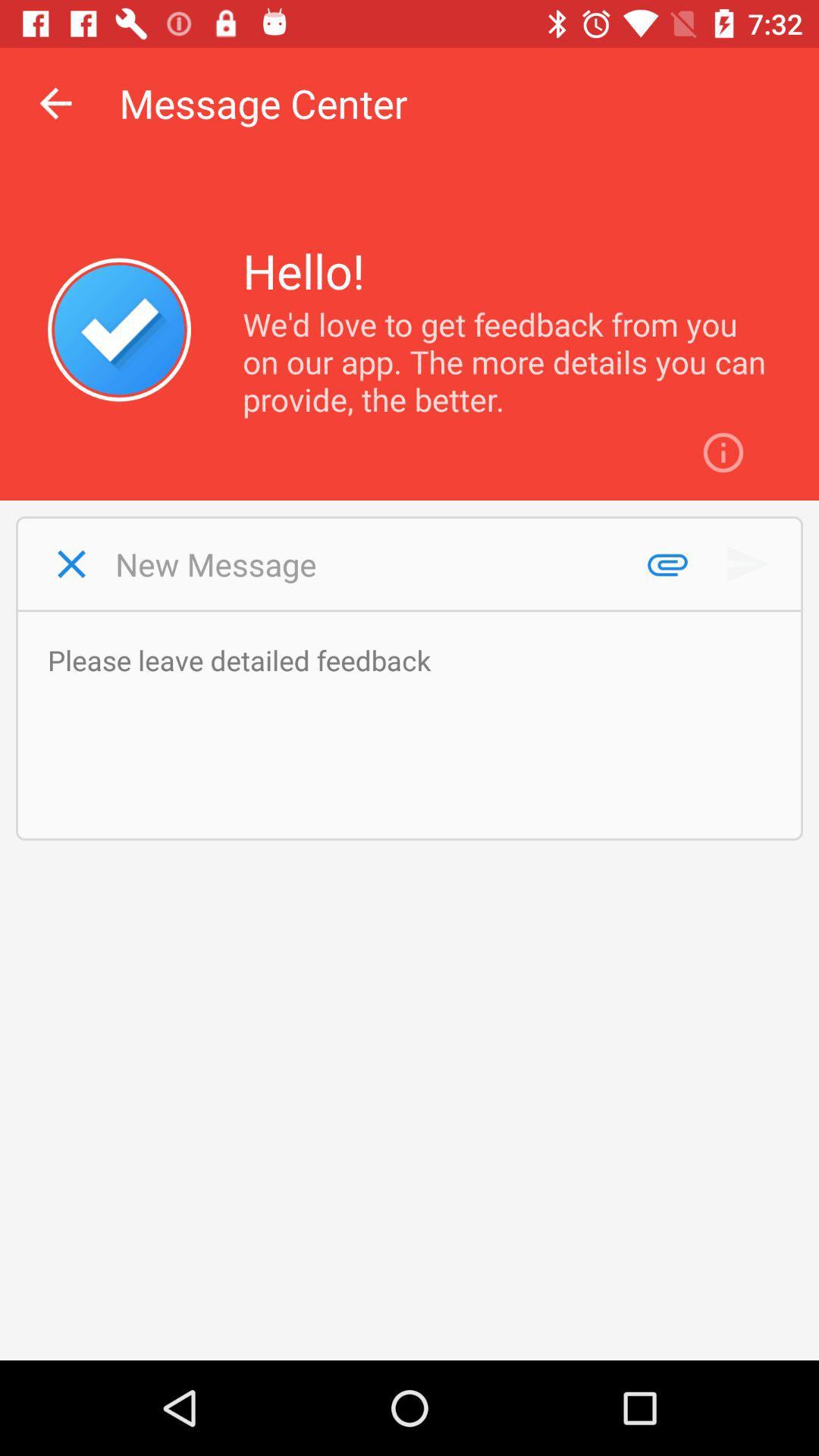 This screenshot has height=1456, width=819. What do you see at coordinates (417, 724) in the screenshot?
I see `detailed feedback field` at bounding box center [417, 724].